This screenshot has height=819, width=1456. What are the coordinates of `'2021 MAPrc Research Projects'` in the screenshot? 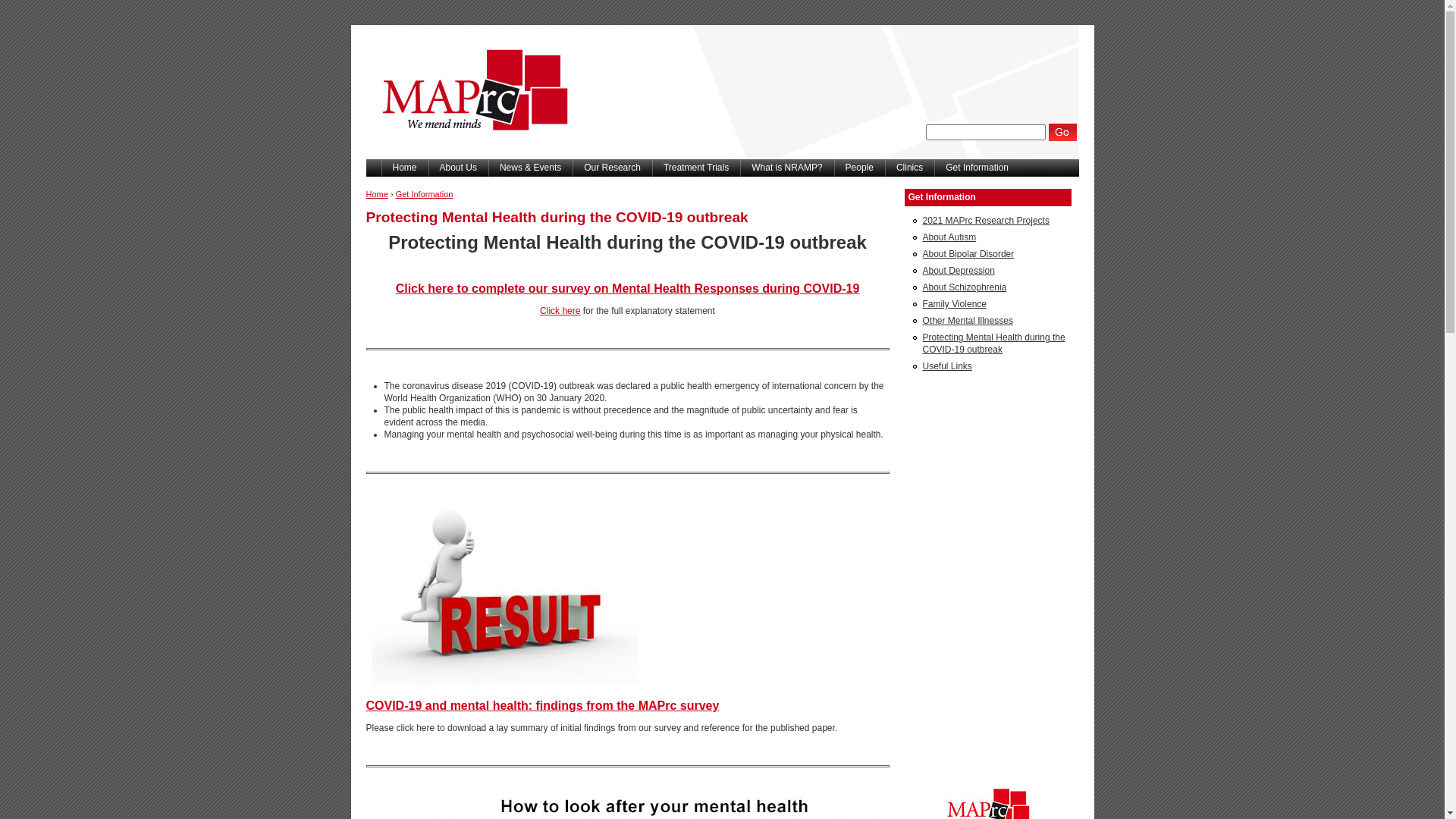 It's located at (985, 220).